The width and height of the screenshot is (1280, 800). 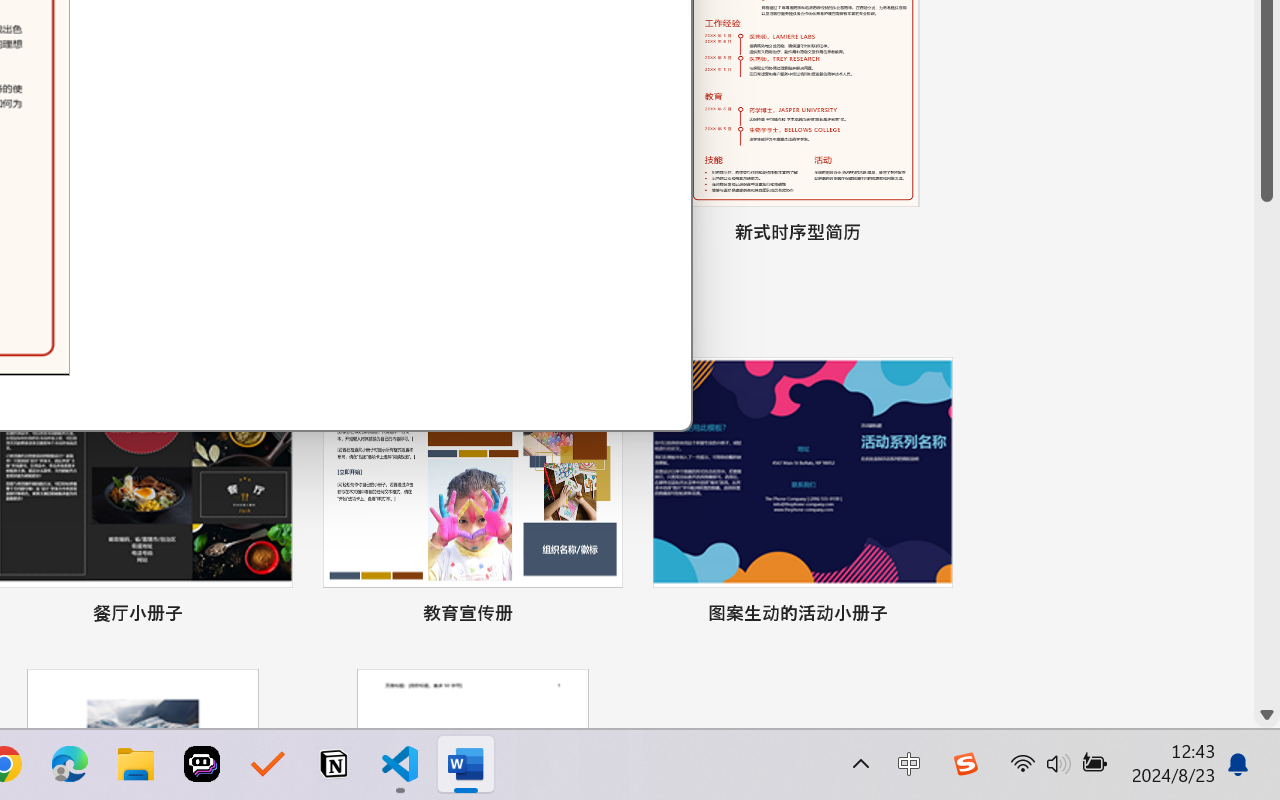 I want to click on 'Pin to list', so click(x=933, y=616).